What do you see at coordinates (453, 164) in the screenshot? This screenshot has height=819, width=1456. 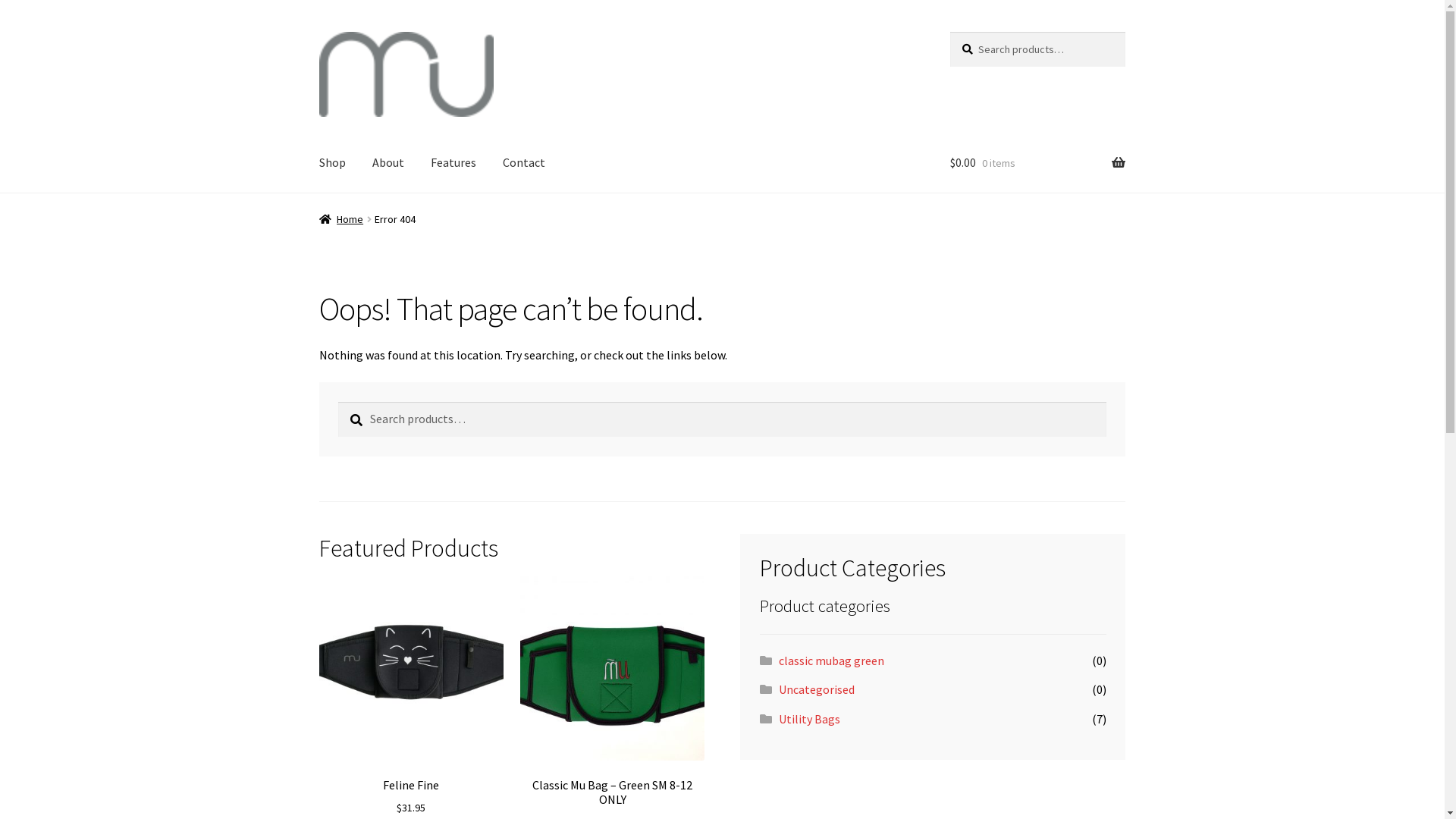 I see `'Features'` at bounding box center [453, 164].